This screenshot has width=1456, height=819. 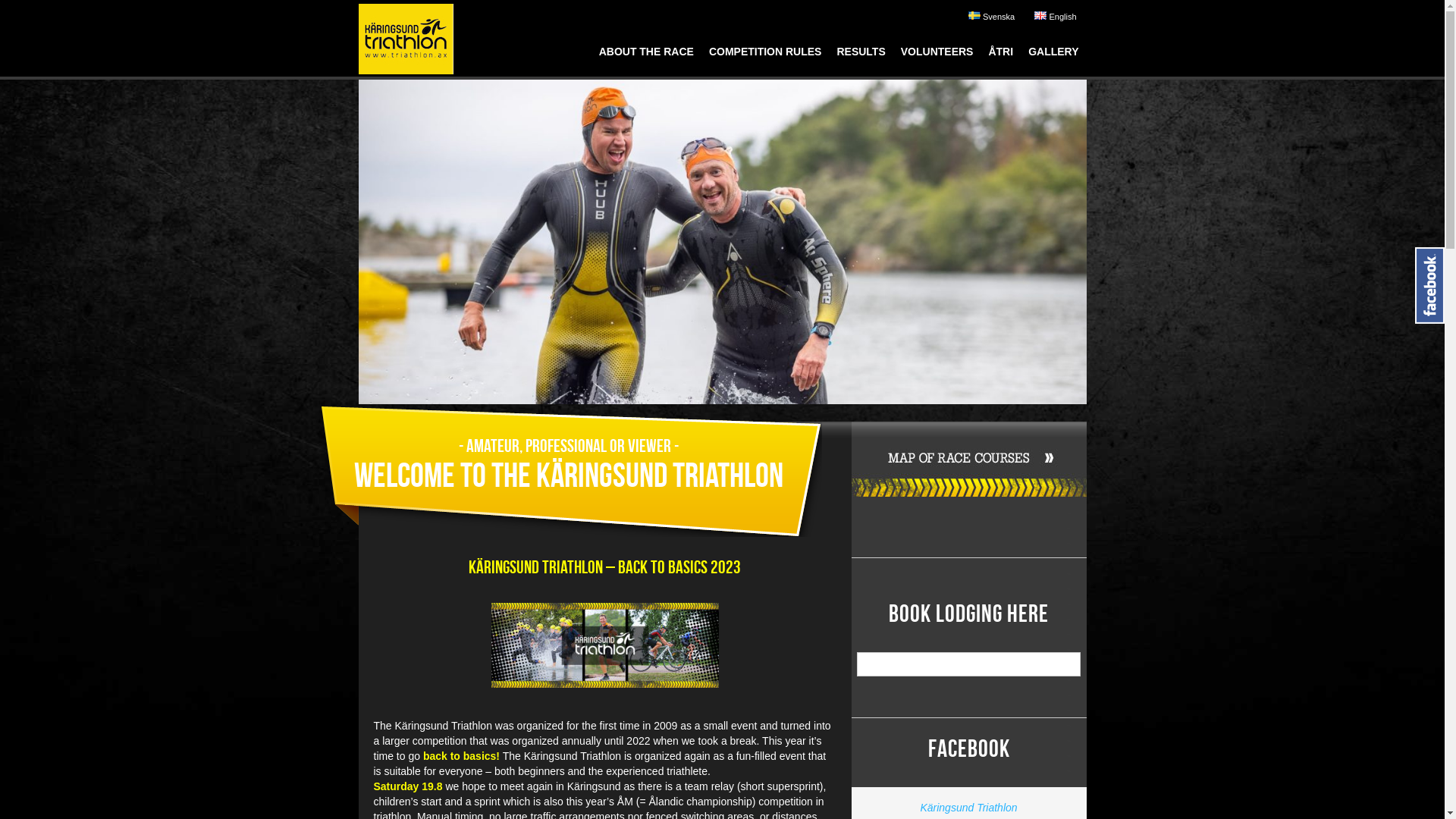 I want to click on 'COMPETITION RULES', so click(x=765, y=55).